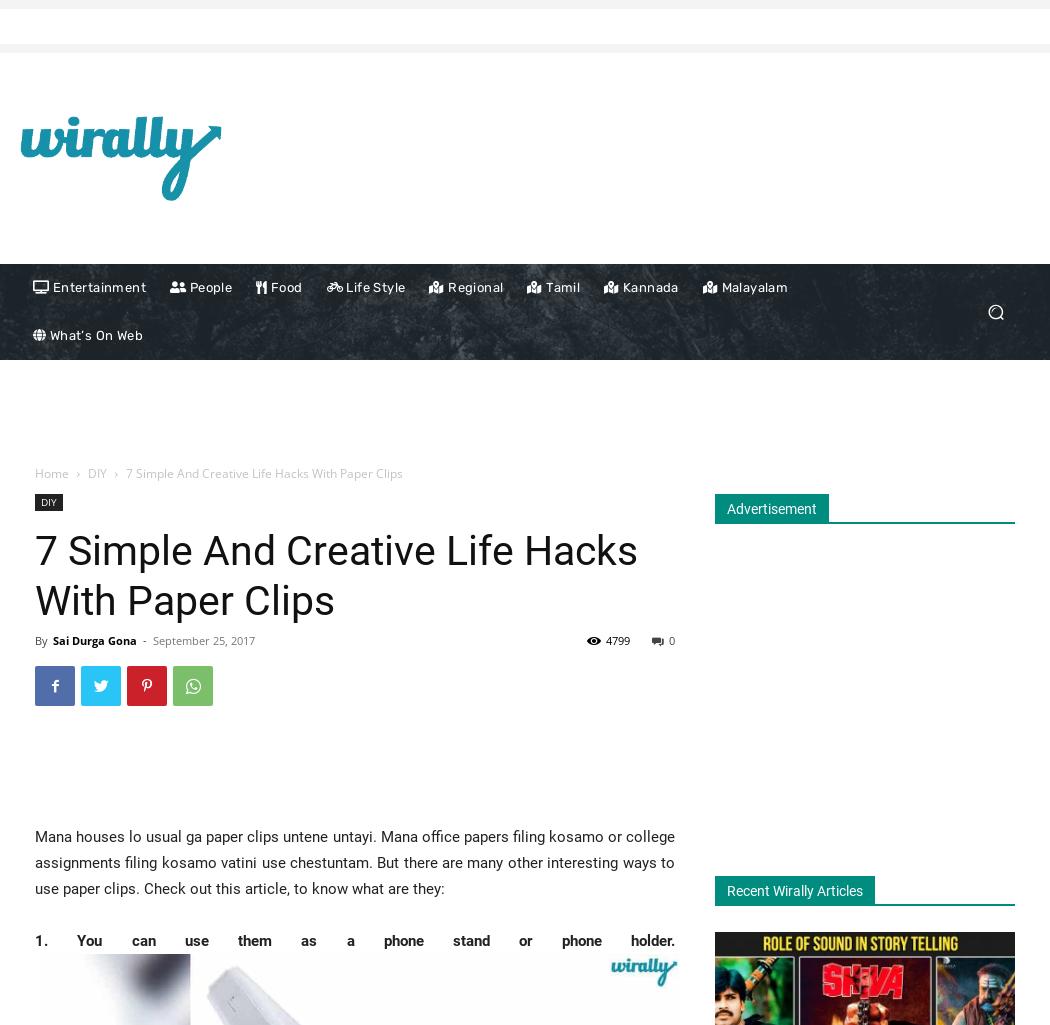  What do you see at coordinates (283, 287) in the screenshot?
I see `'Food'` at bounding box center [283, 287].